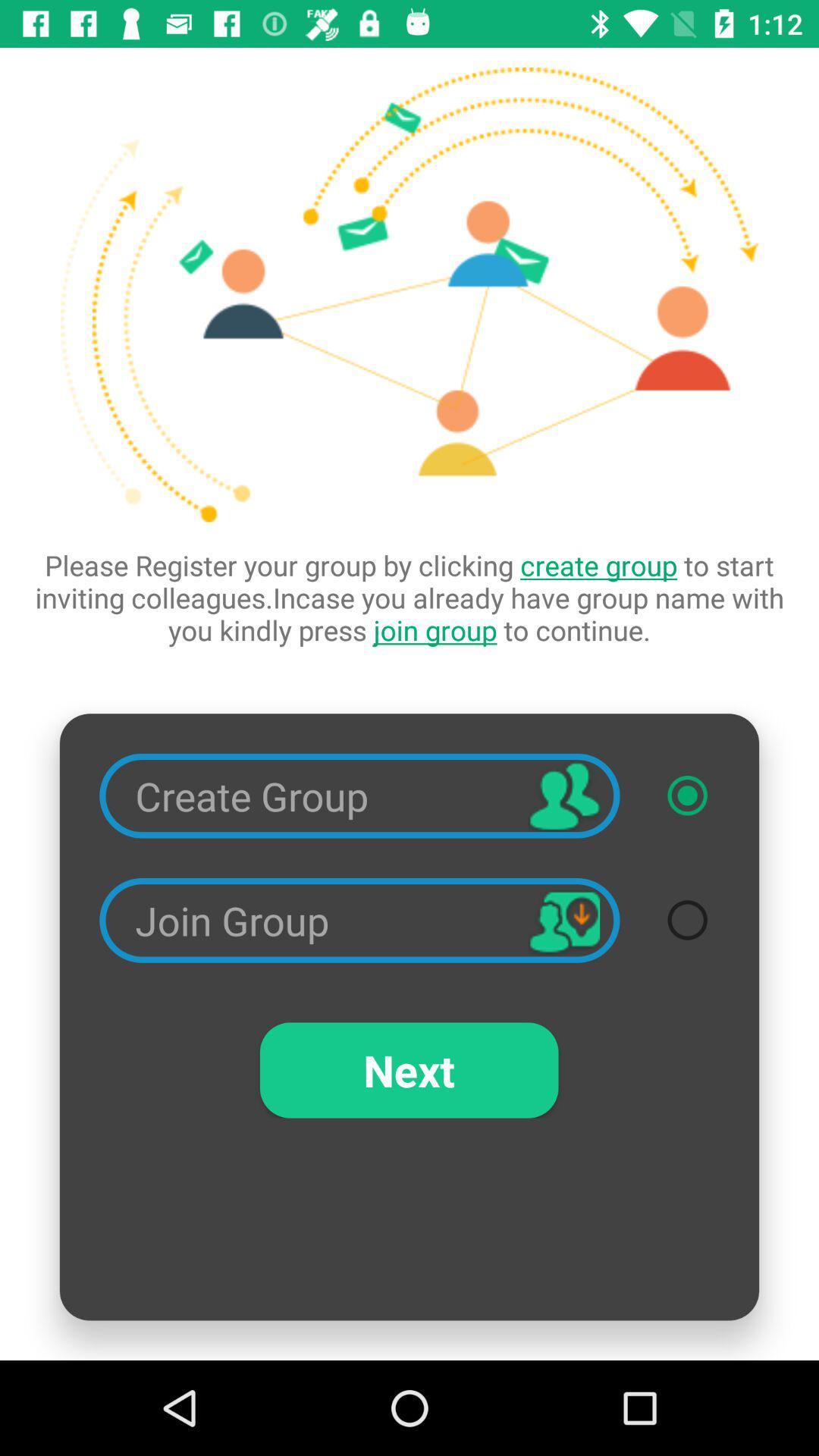 The width and height of the screenshot is (819, 1456). I want to click on the next, so click(408, 1069).